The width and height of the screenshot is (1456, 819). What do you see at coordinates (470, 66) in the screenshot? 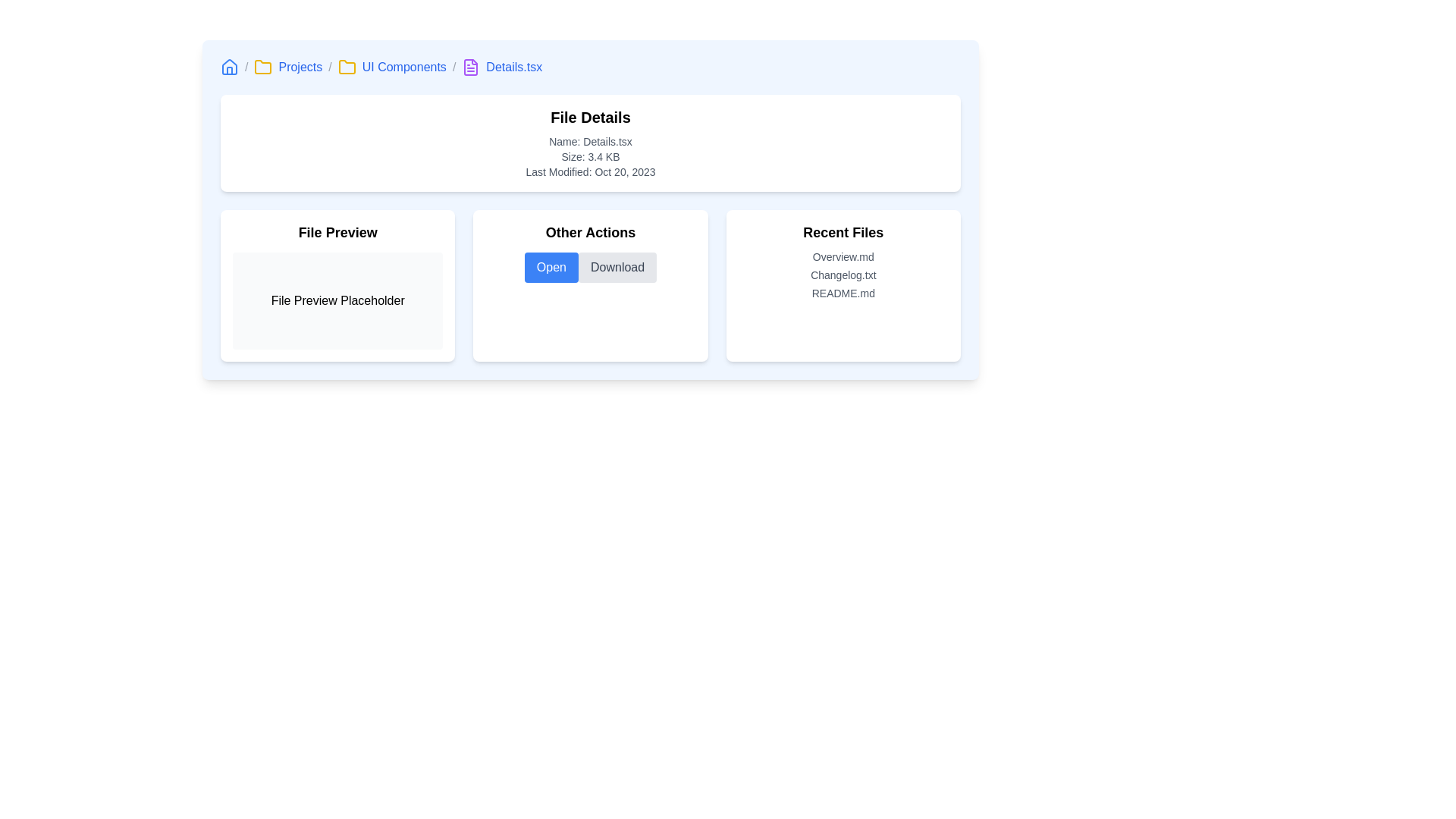
I see `the small purple-colored document icon in the breadcrumb navigation bar, located right before the text 'Details.tsx'` at bounding box center [470, 66].